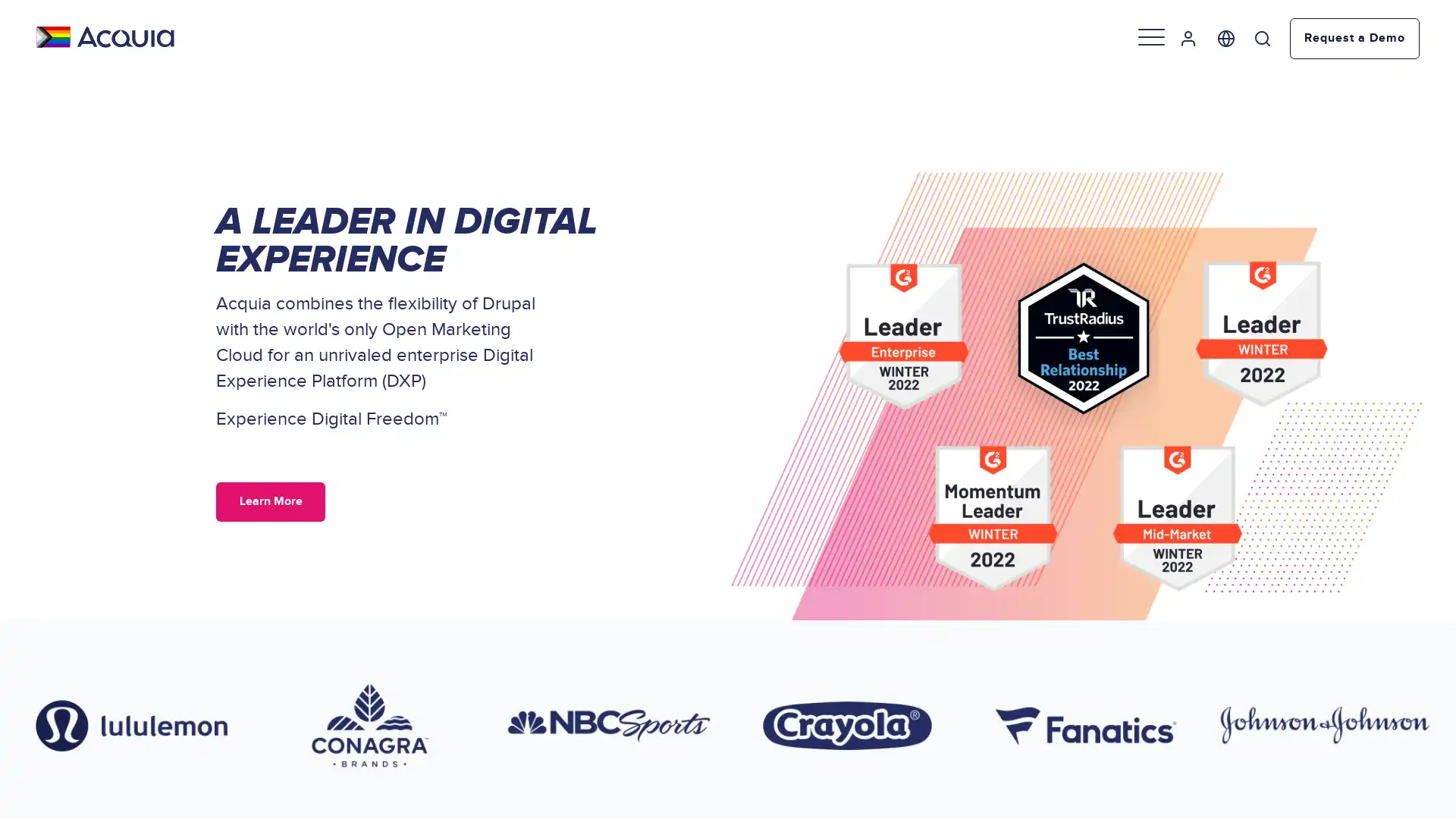 The image size is (1456, 819). What do you see at coordinates (1153, 36) in the screenshot?
I see `Menu` at bounding box center [1153, 36].